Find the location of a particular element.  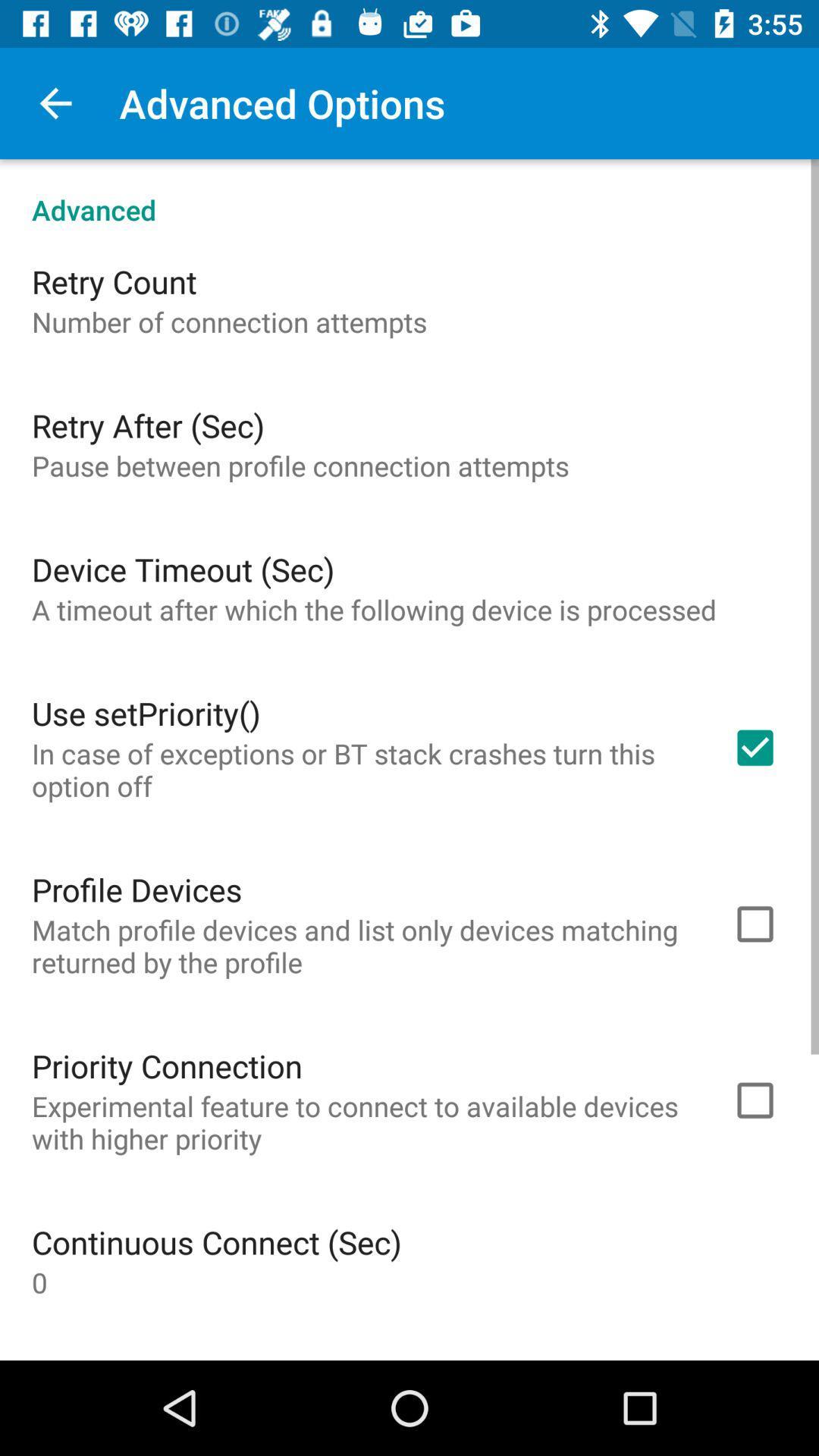

item below the experimental feature to item is located at coordinates (216, 1241).